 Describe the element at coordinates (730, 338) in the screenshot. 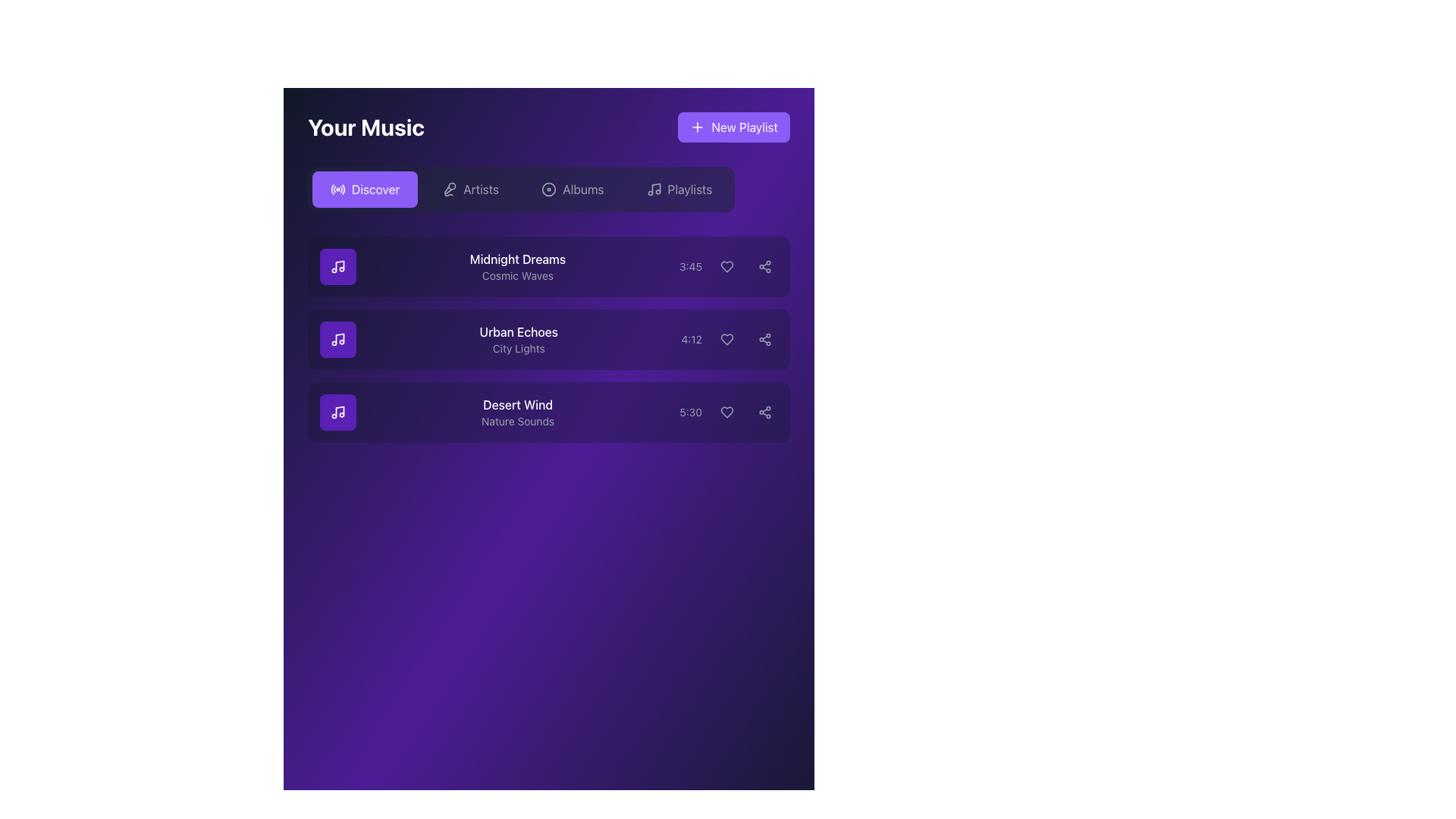

I see `the favorite button for 'Urban Echoes - City Lights' to mark it as a favorite` at that location.